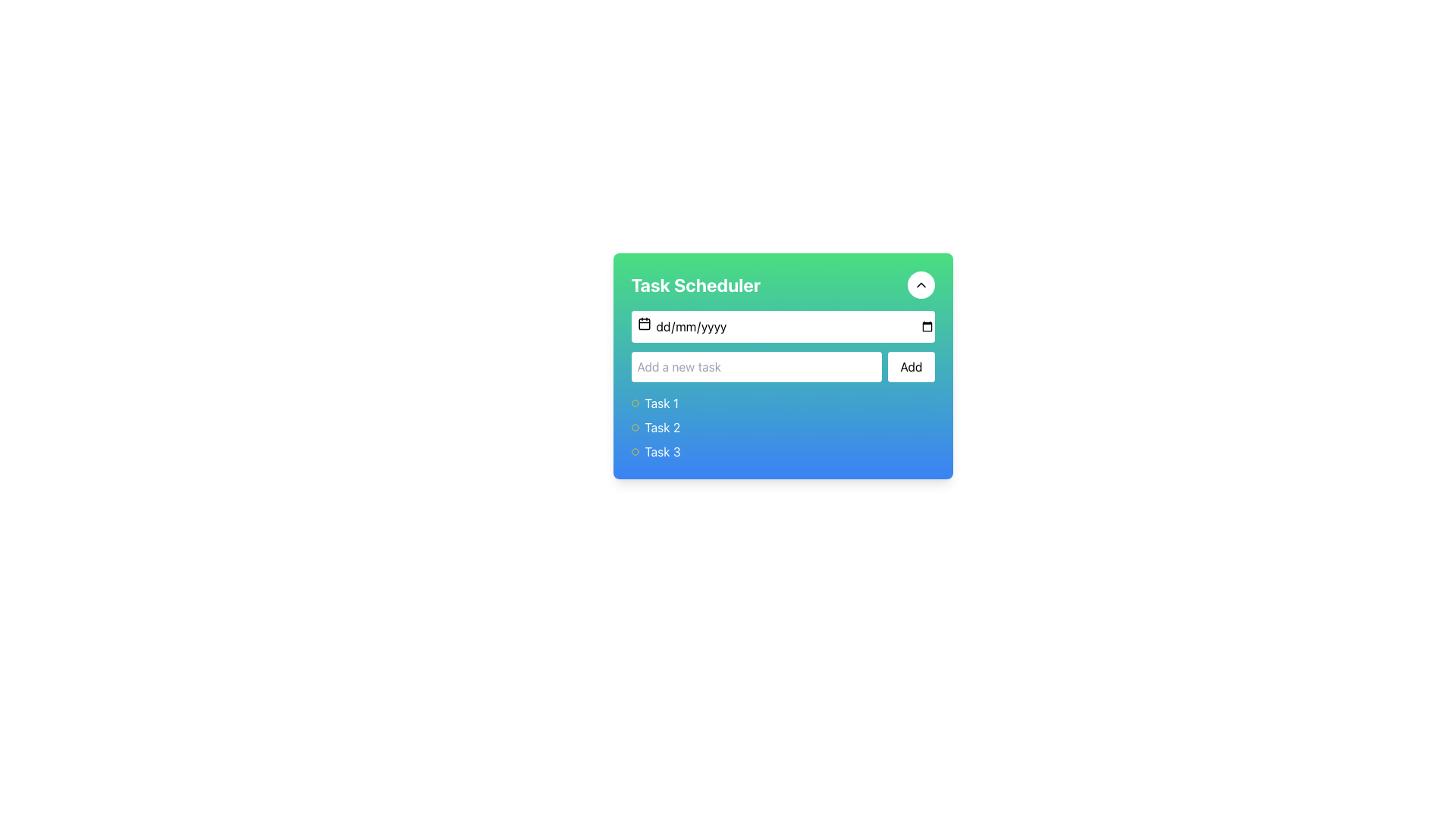  Describe the element at coordinates (783, 427) in the screenshot. I see `on the list item labeled 'Task 2', which is the second item in a vertical task list under the 'Task Scheduler' section` at that location.